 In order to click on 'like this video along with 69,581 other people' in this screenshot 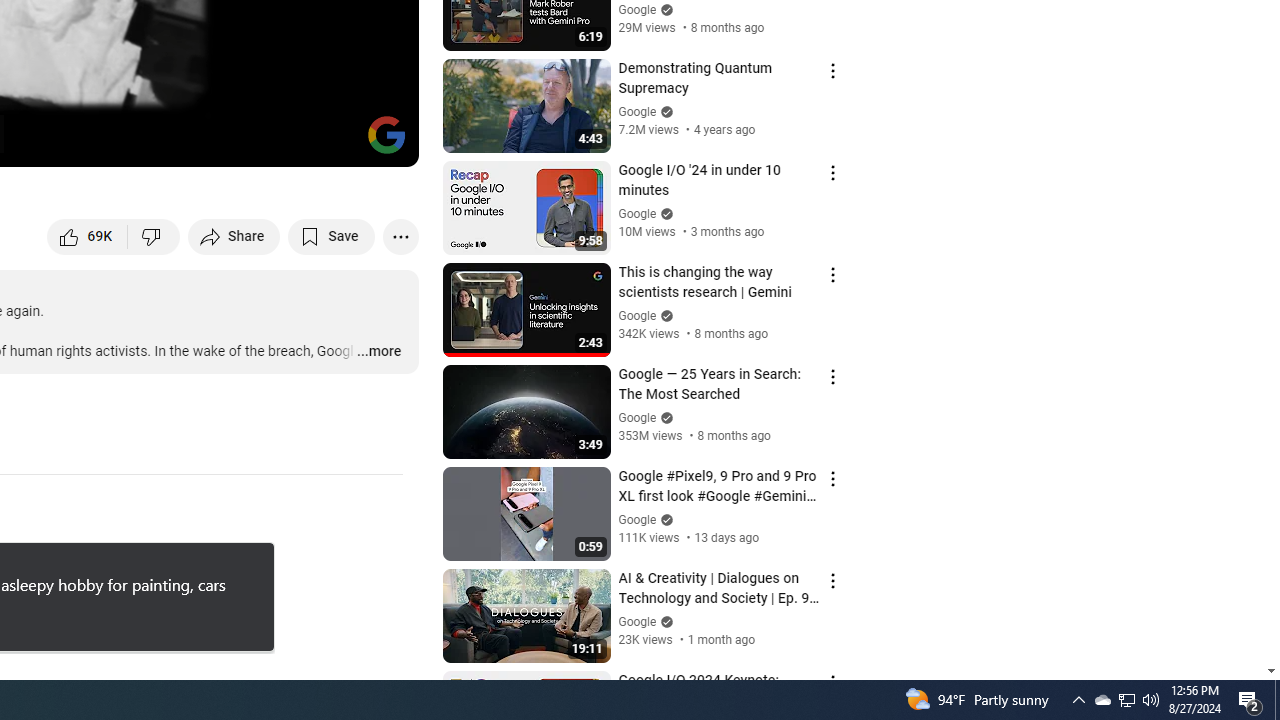, I will do `click(87, 235)`.